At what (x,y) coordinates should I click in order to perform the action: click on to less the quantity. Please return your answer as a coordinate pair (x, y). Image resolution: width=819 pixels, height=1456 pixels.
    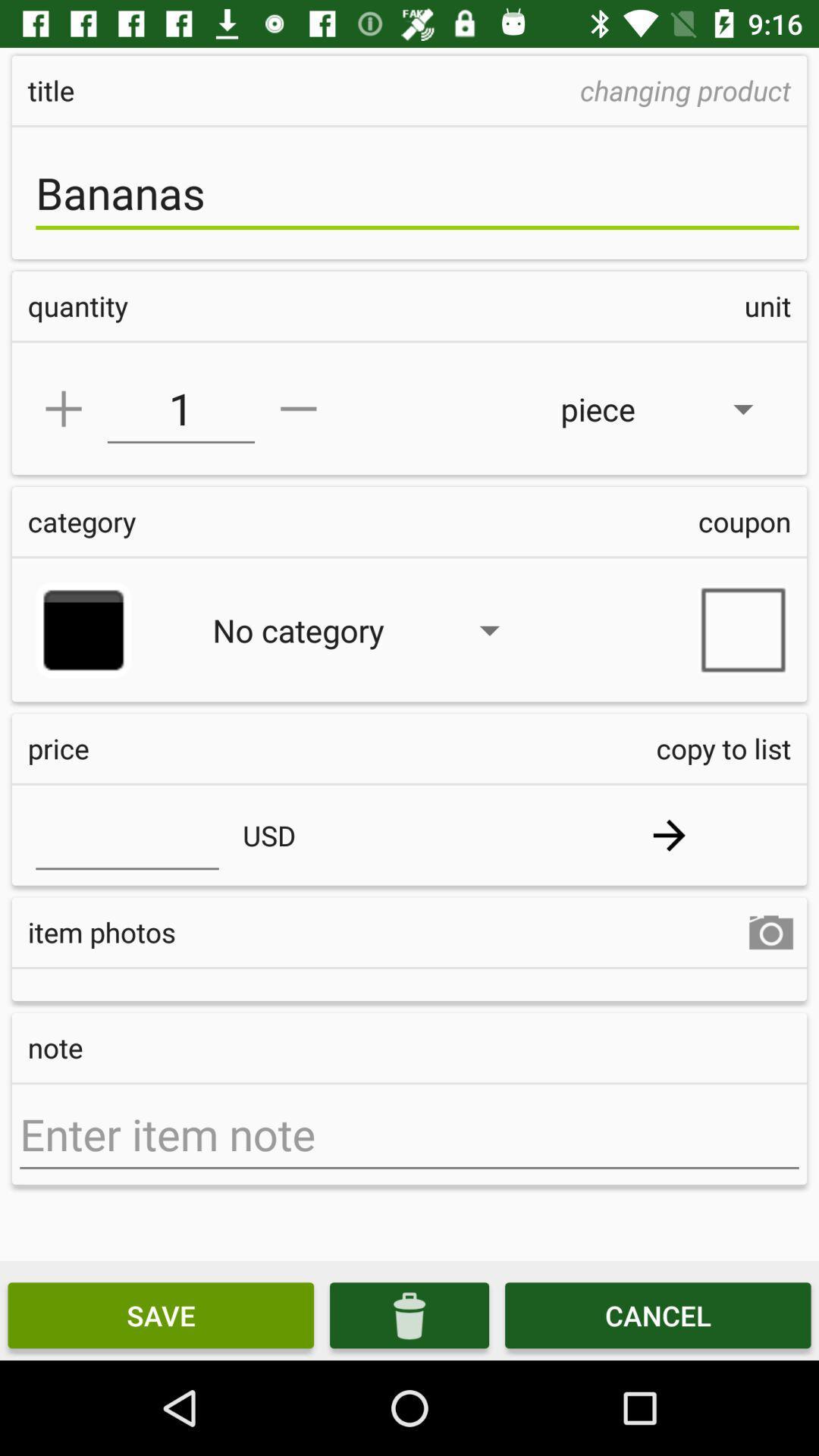
    Looking at the image, I should click on (298, 409).